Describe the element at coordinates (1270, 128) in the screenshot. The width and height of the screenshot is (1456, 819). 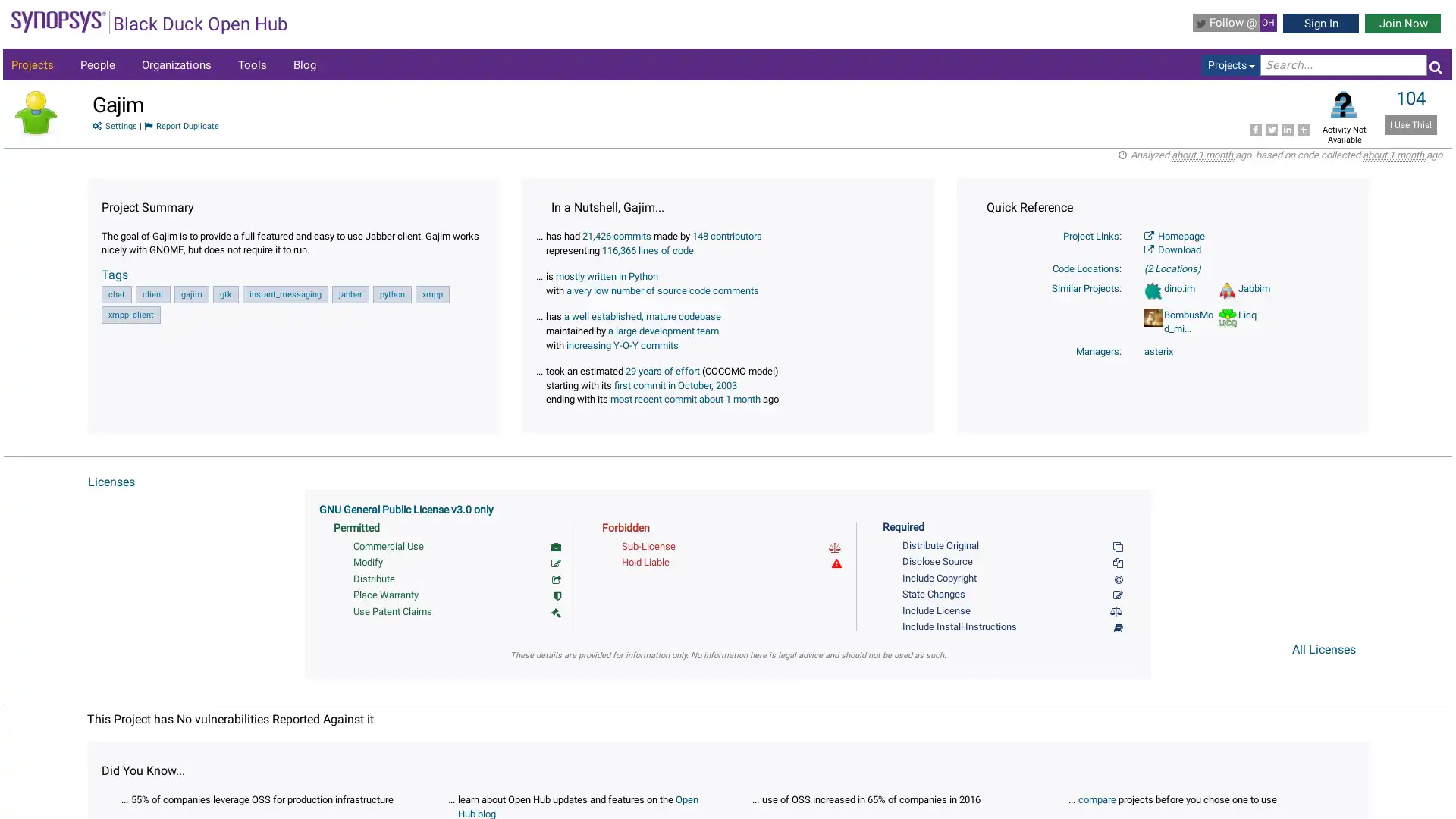
I see `Share to Twitter` at that location.